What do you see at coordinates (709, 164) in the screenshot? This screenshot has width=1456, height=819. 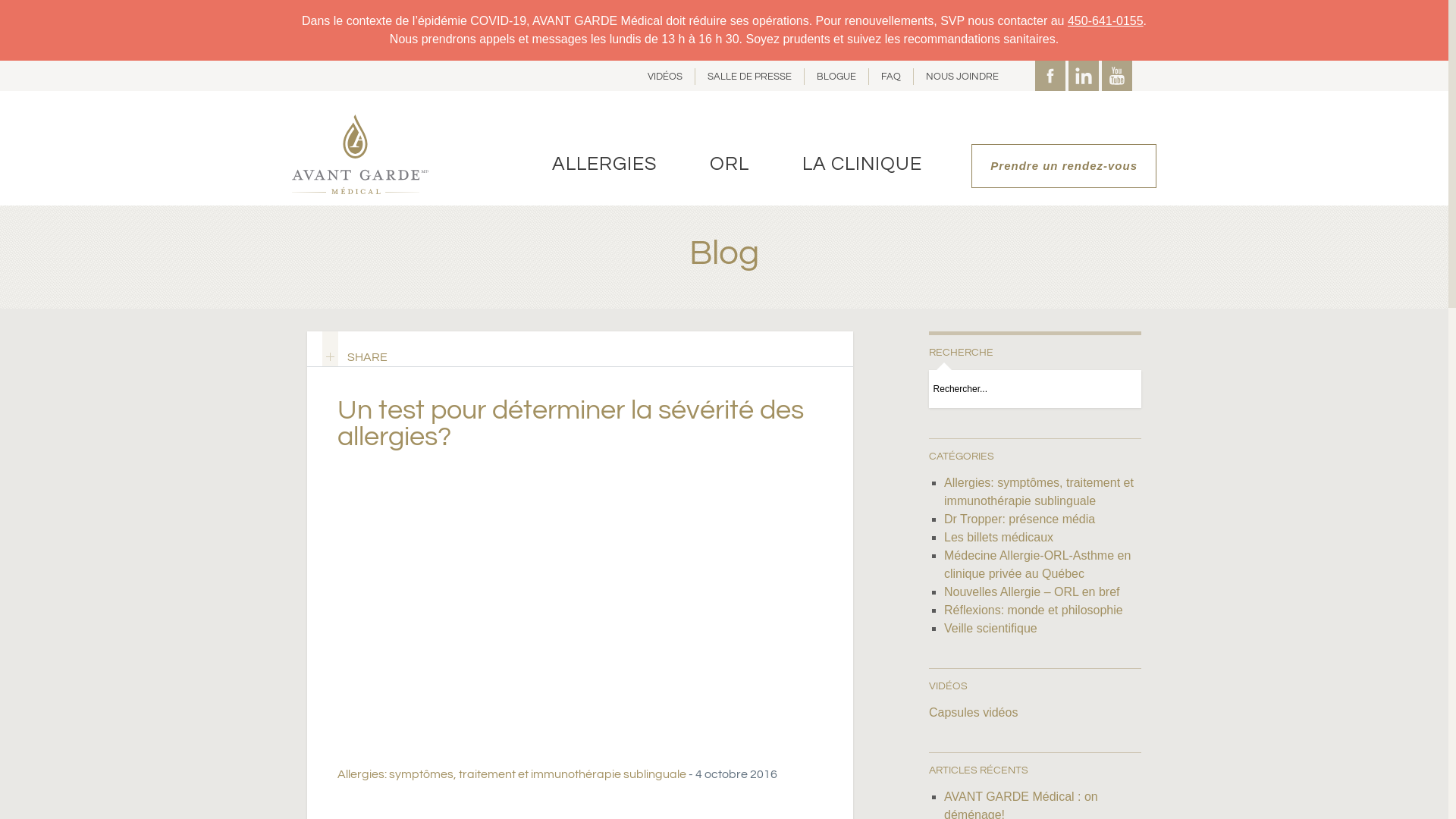 I see `'ORL'` at bounding box center [709, 164].